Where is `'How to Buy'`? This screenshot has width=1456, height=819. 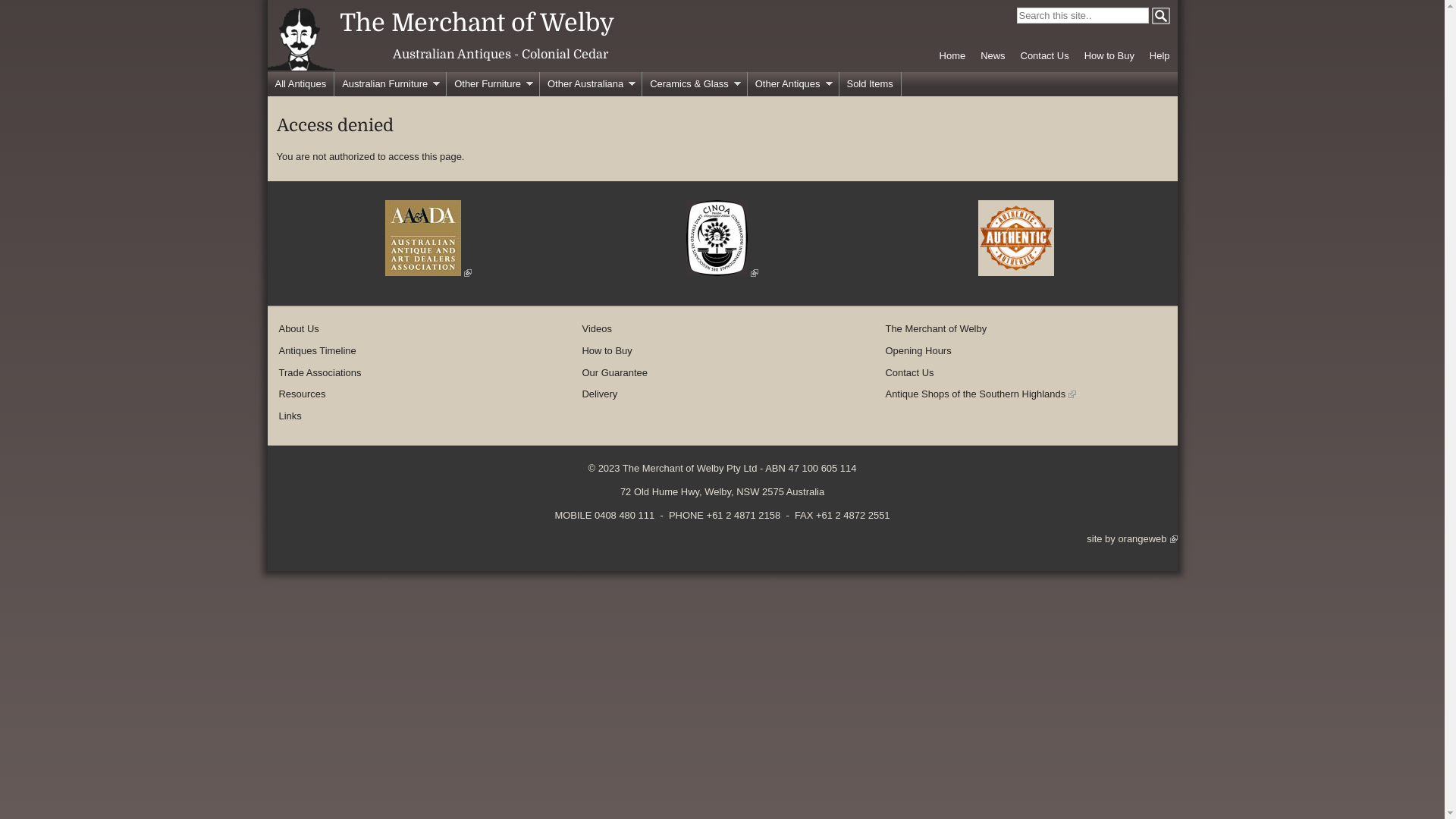
'How to Buy' is located at coordinates (1109, 55).